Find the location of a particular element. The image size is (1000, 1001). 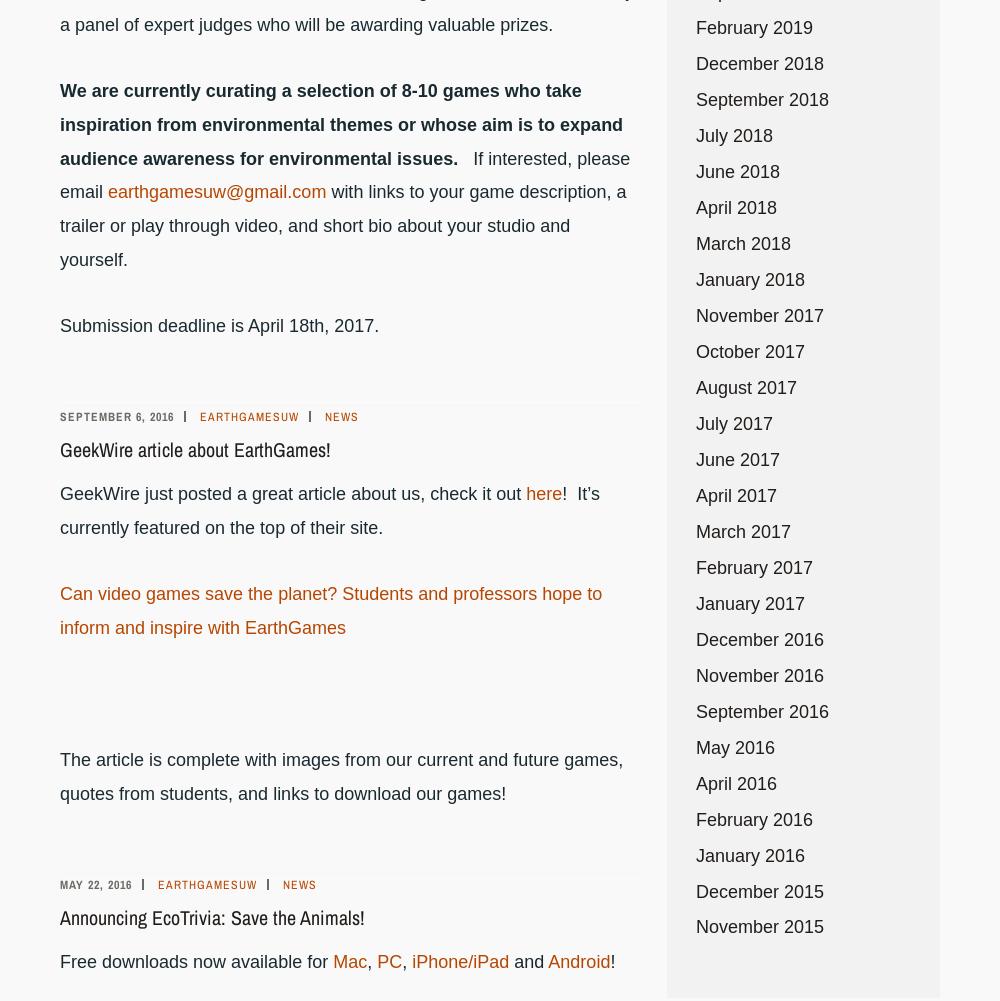

'Can video games save the planet? Students and professors hope to inform and inspire with EarthGames' is located at coordinates (330, 610).